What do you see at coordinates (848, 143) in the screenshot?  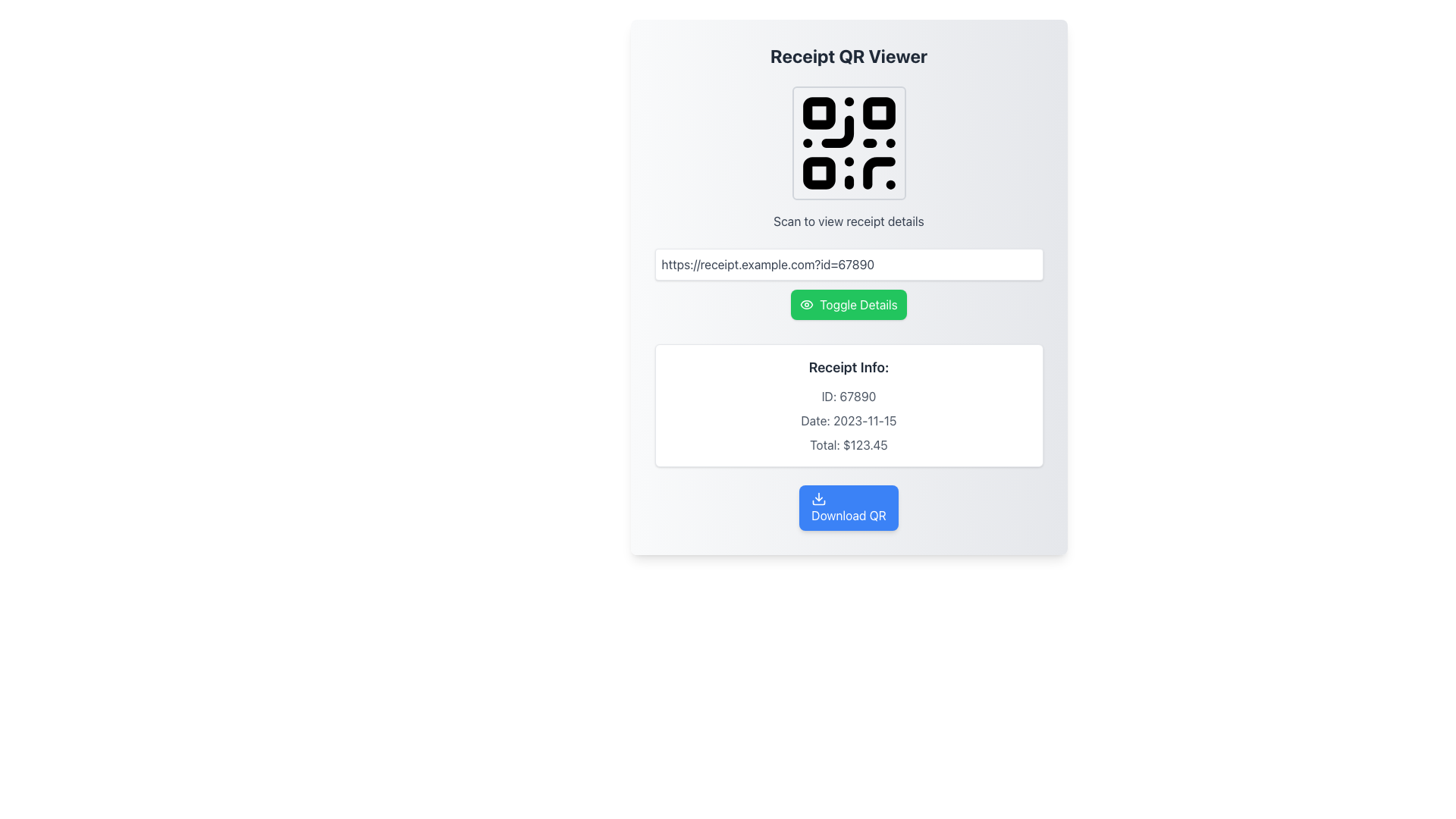 I see `the QR code display, which is a black and white pattern within a square frame with rounded corners, located centrally near the top of the interface below the heading 'Receipt QR Viewer'` at bounding box center [848, 143].